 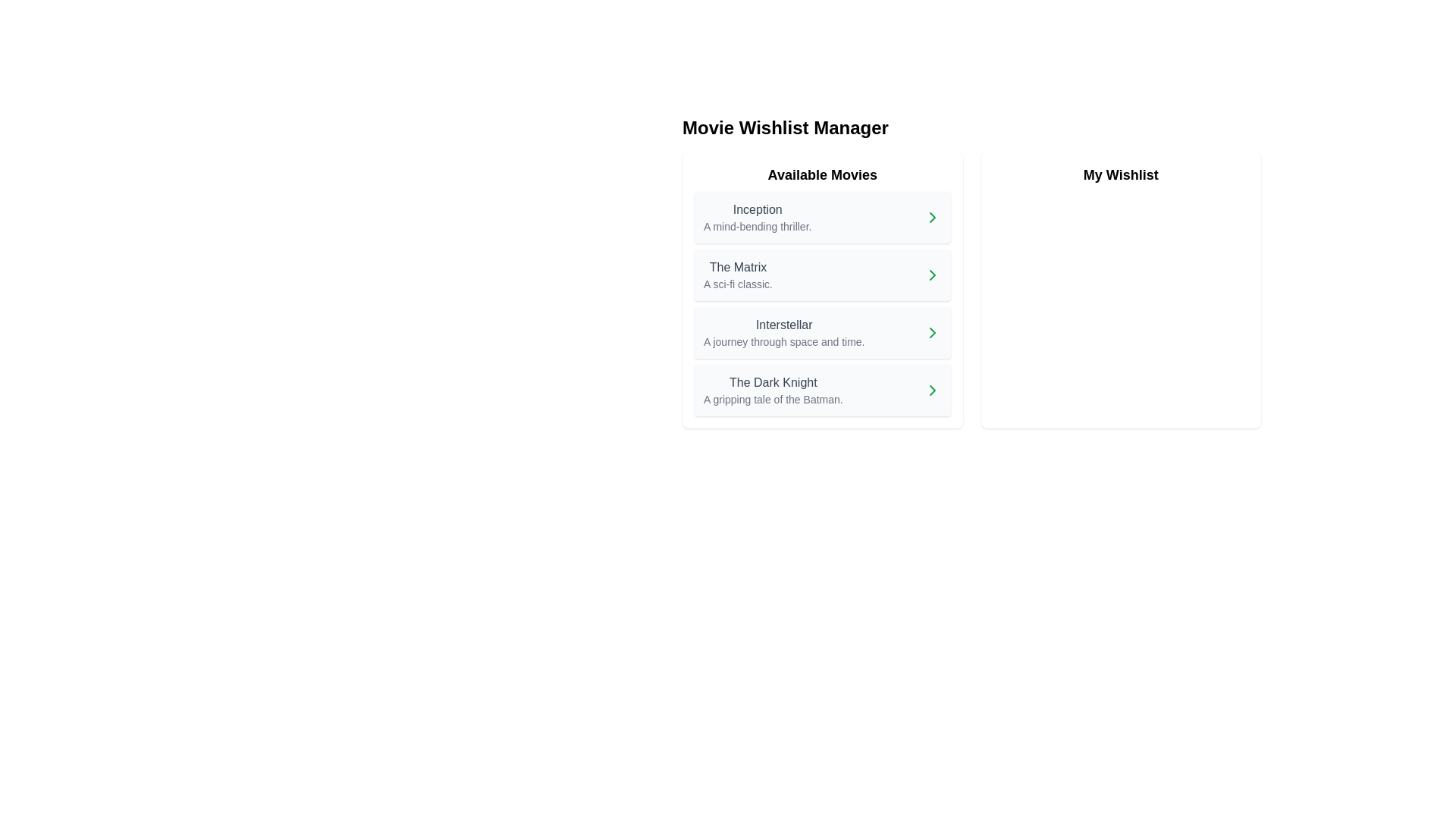 What do you see at coordinates (758, 210) in the screenshot?
I see `text label displaying 'Inception', which is styled with a medium gray font and located at the top of the 'Available Movies' section` at bounding box center [758, 210].